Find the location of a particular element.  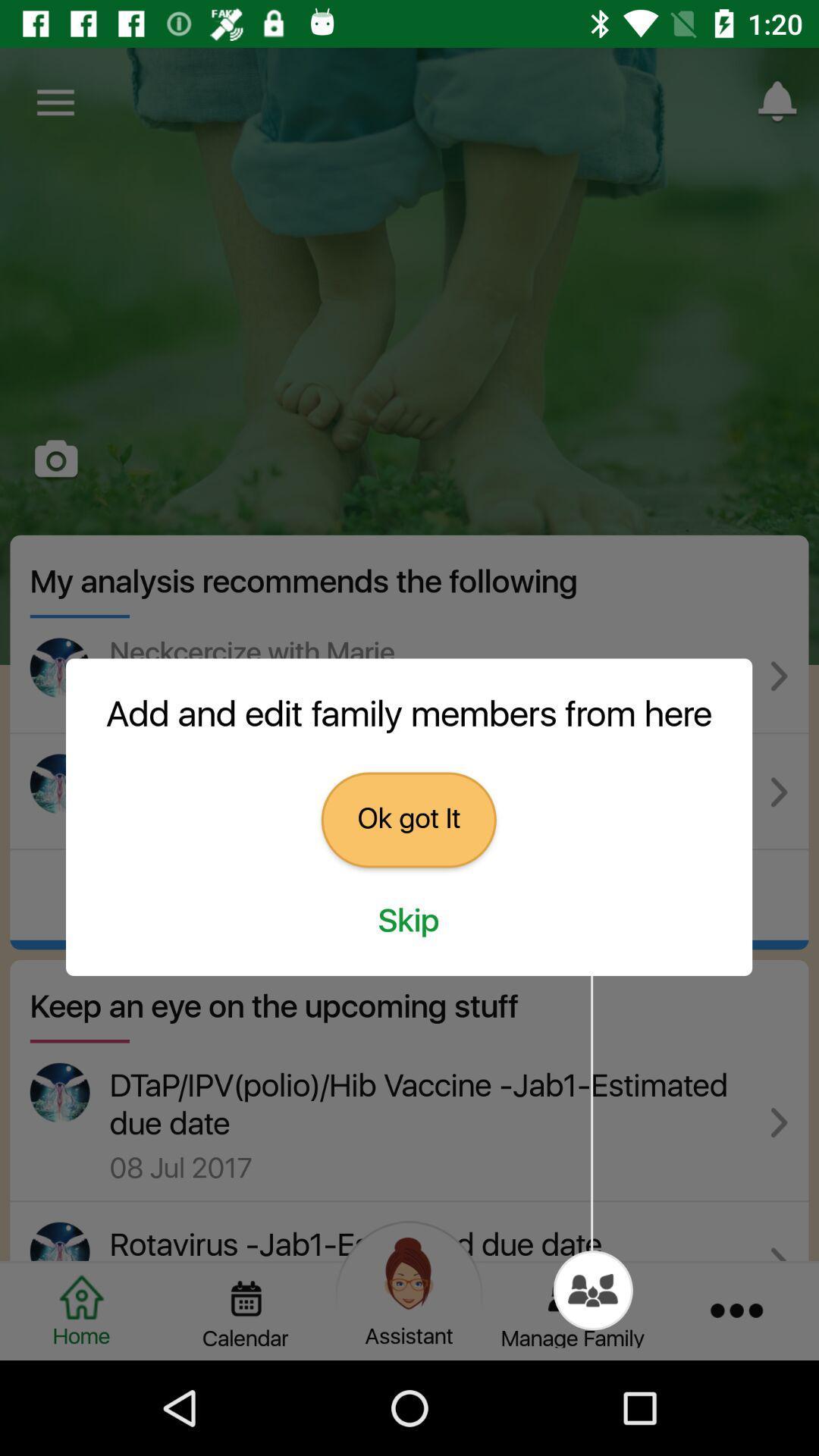

skip is located at coordinates (408, 921).